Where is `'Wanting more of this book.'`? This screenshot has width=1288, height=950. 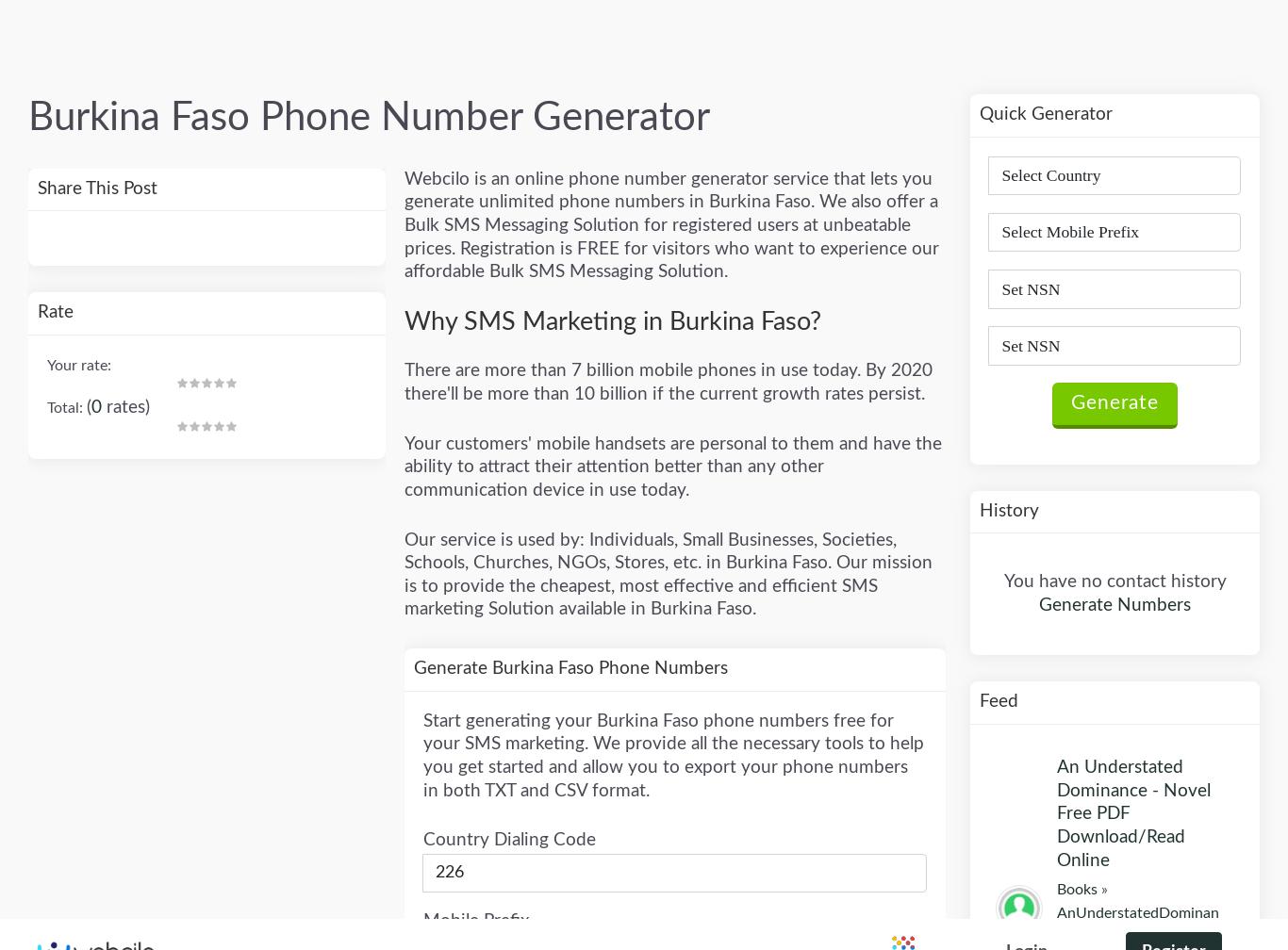 'Wanting more of this book.' is located at coordinates (1125, 506).